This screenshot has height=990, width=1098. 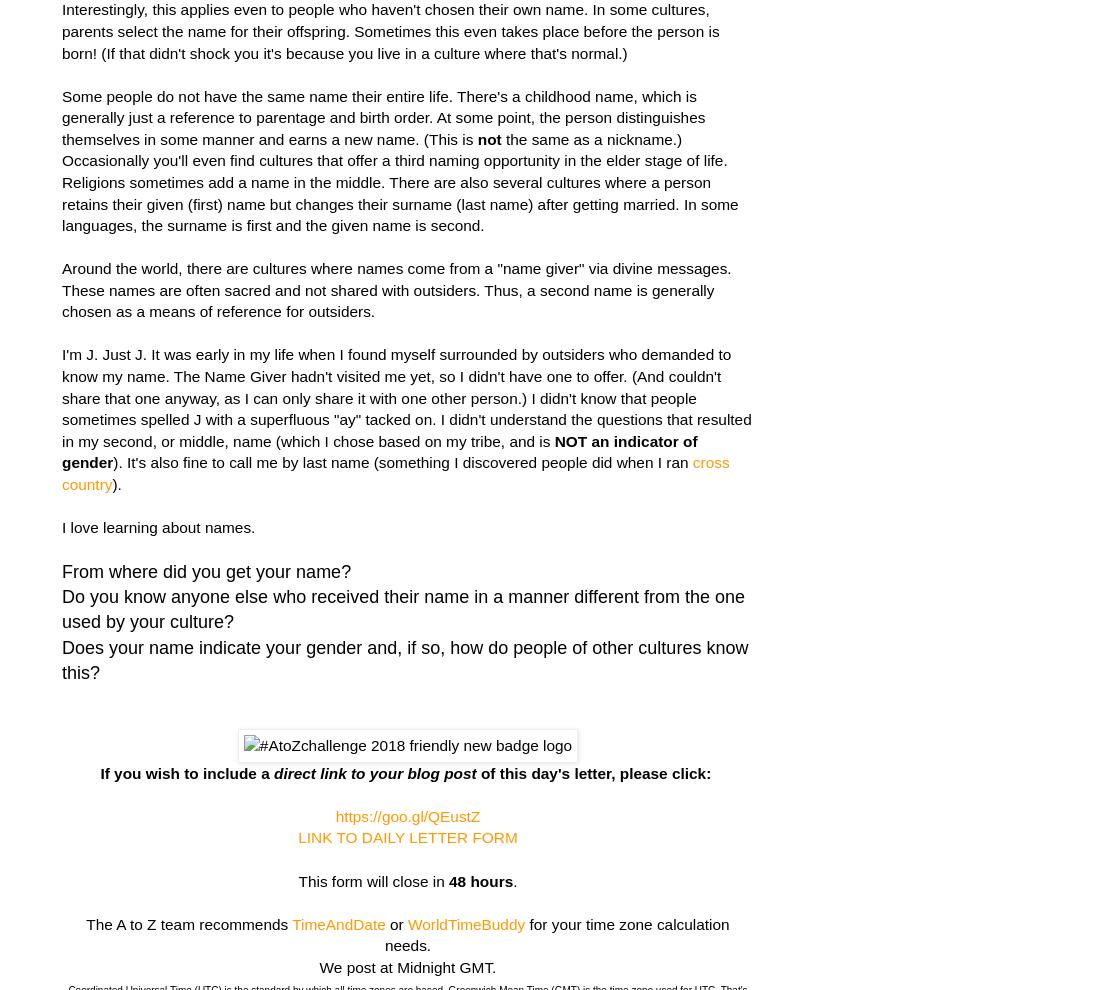 I want to click on 'I'm J. Just J. It was early in my life when I found myself surrounded by outsiders who demanded to know my name. The Name Giver hadn't visited me yet, so I didn't have one to offer. (And couldn't share that one anyway, as I can only share it with one other person.) I didn't know that people sometimes spelled J with a superfluous "ay" tacked on. I didn't understand the questions that resulted in my second, or middle, name (which I chose based on my tribe, and is', so click(x=61, y=396).